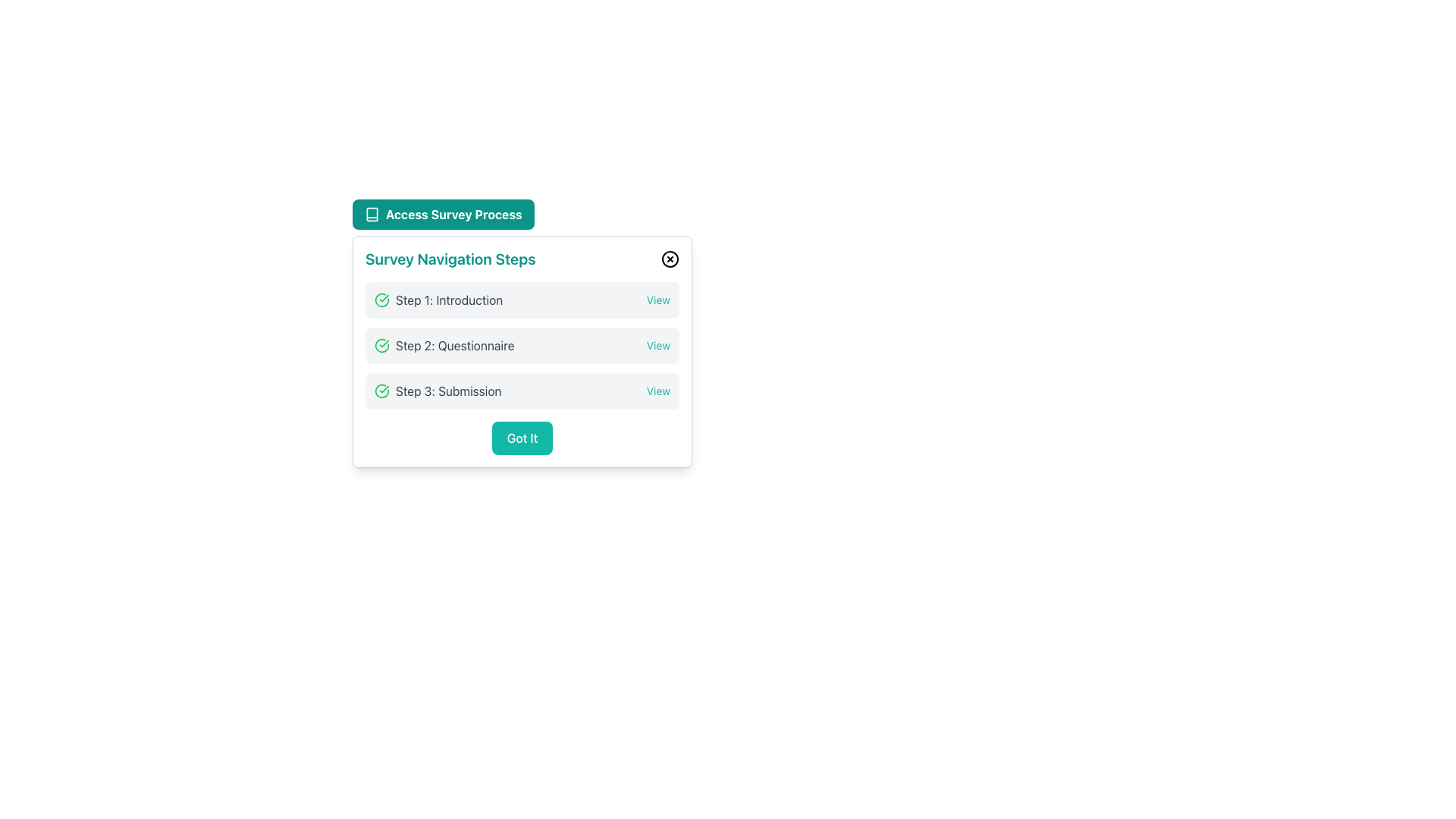 The height and width of the screenshot is (819, 1456). I want to click on the confirmation button located at the bottom center of the survey navigation interface to proceed with the next step, so click(522, 438).